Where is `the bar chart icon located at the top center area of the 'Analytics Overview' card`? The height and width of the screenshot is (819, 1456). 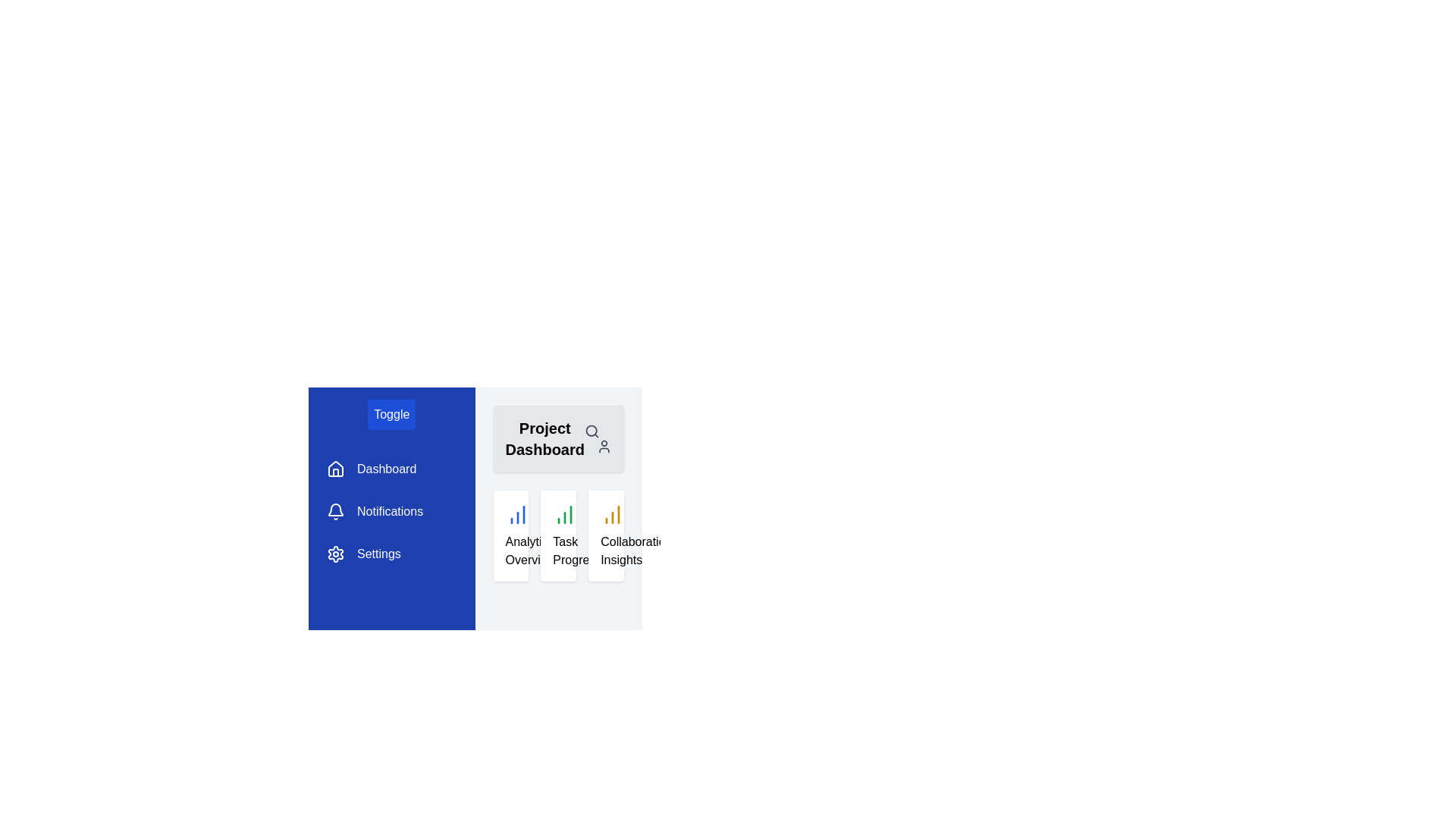 the bar chart icon located at the top center area of the 'Analytics Overview' card is located at coordinates (517, 513).